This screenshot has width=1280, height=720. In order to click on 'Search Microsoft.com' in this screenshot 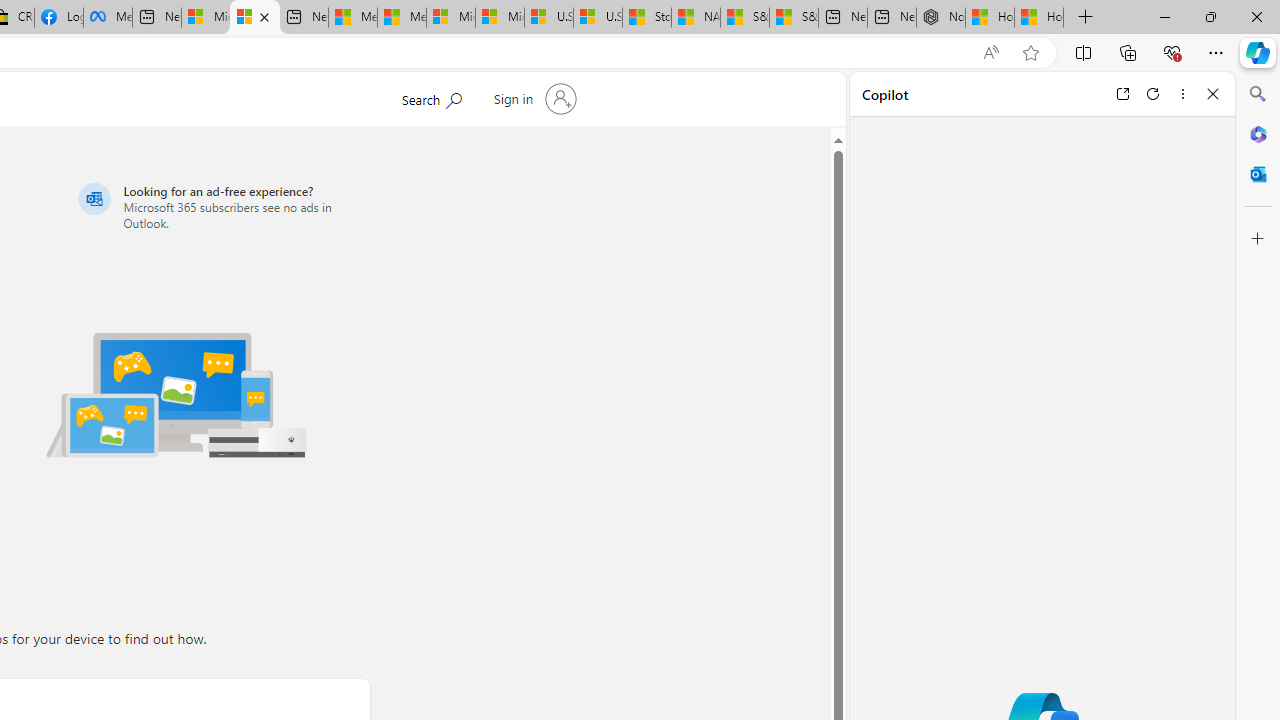, I will do `click(430, 97)`.